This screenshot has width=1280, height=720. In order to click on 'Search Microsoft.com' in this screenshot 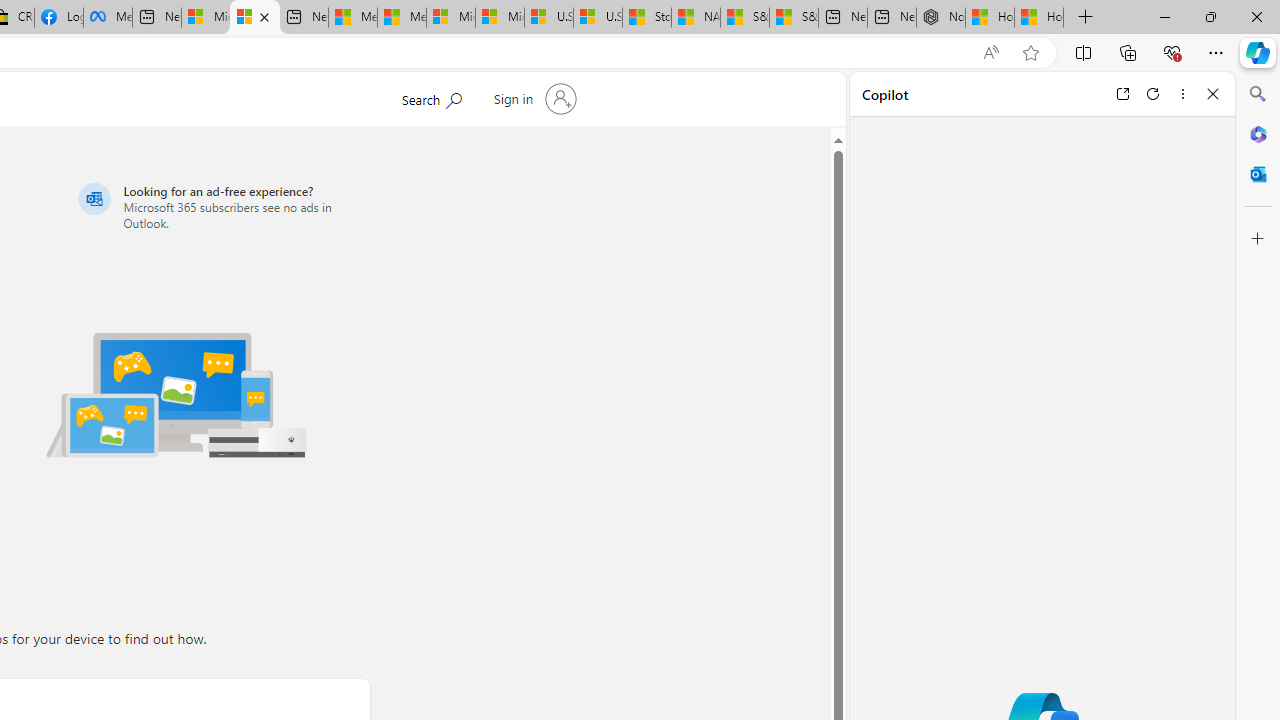, I will do `click(430, 97)`.